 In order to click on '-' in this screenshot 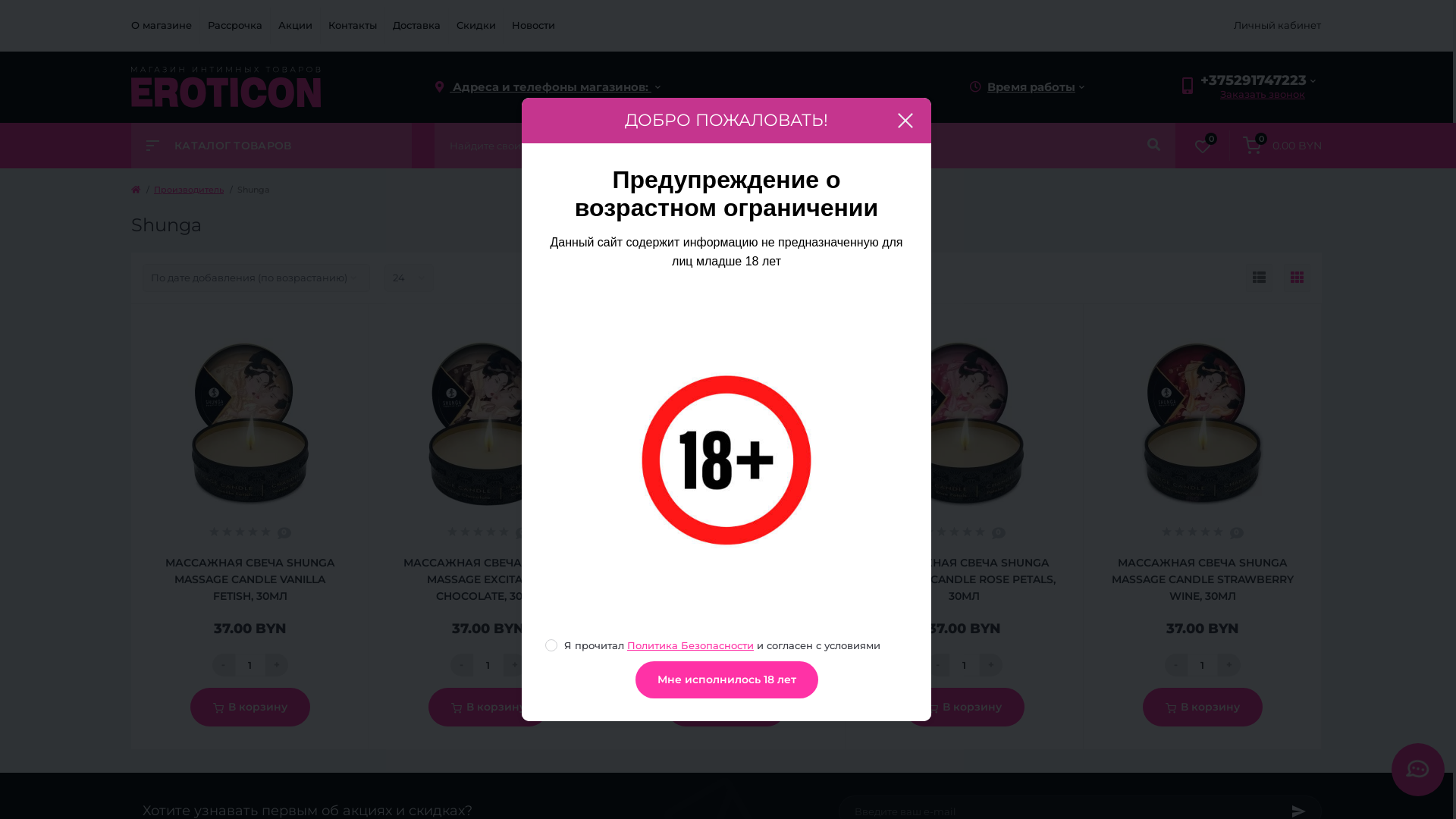, I will do `click(222, 664)`.